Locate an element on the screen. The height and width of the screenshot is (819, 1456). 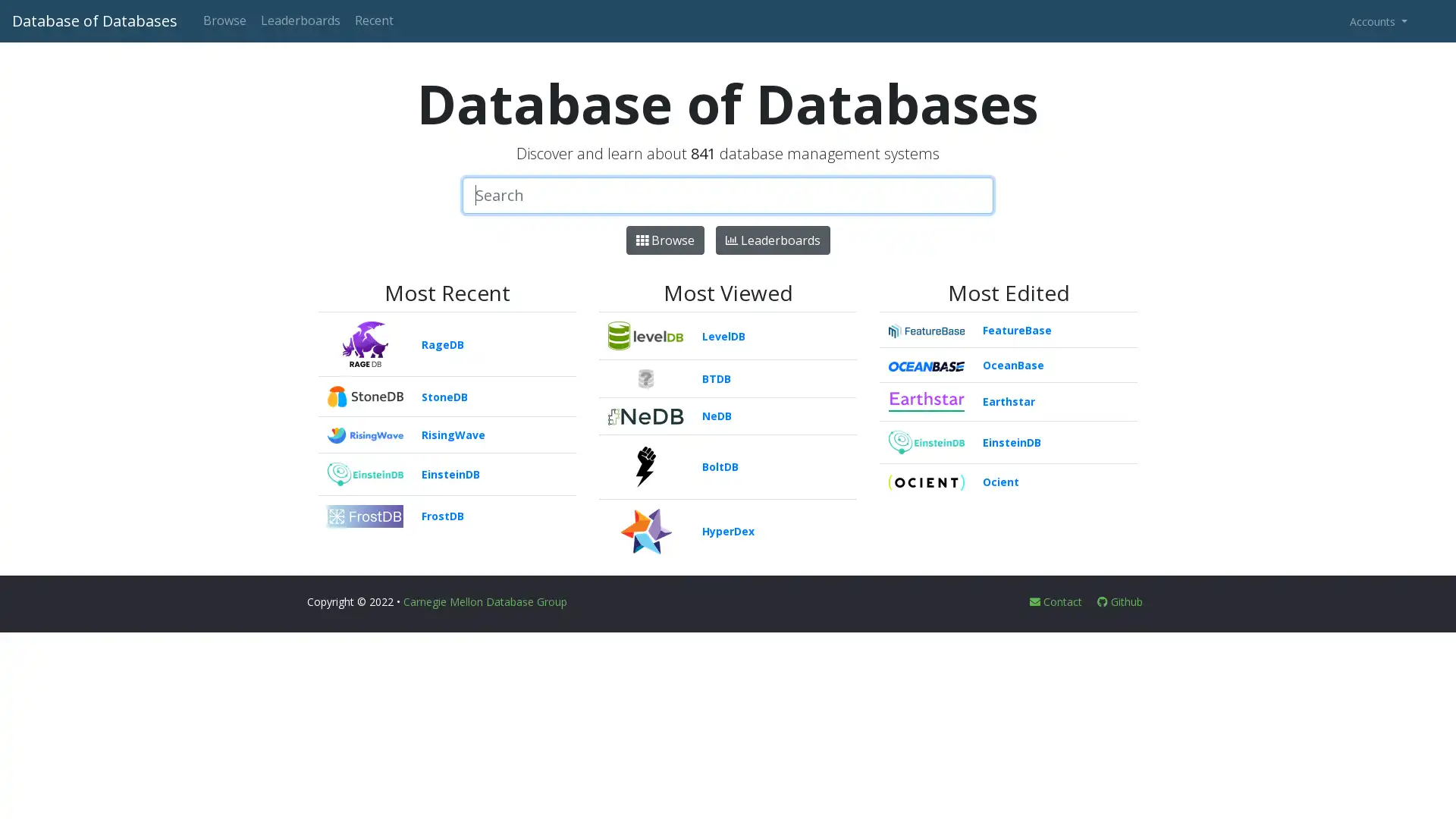
Browse is located at coordinates (664, 239).